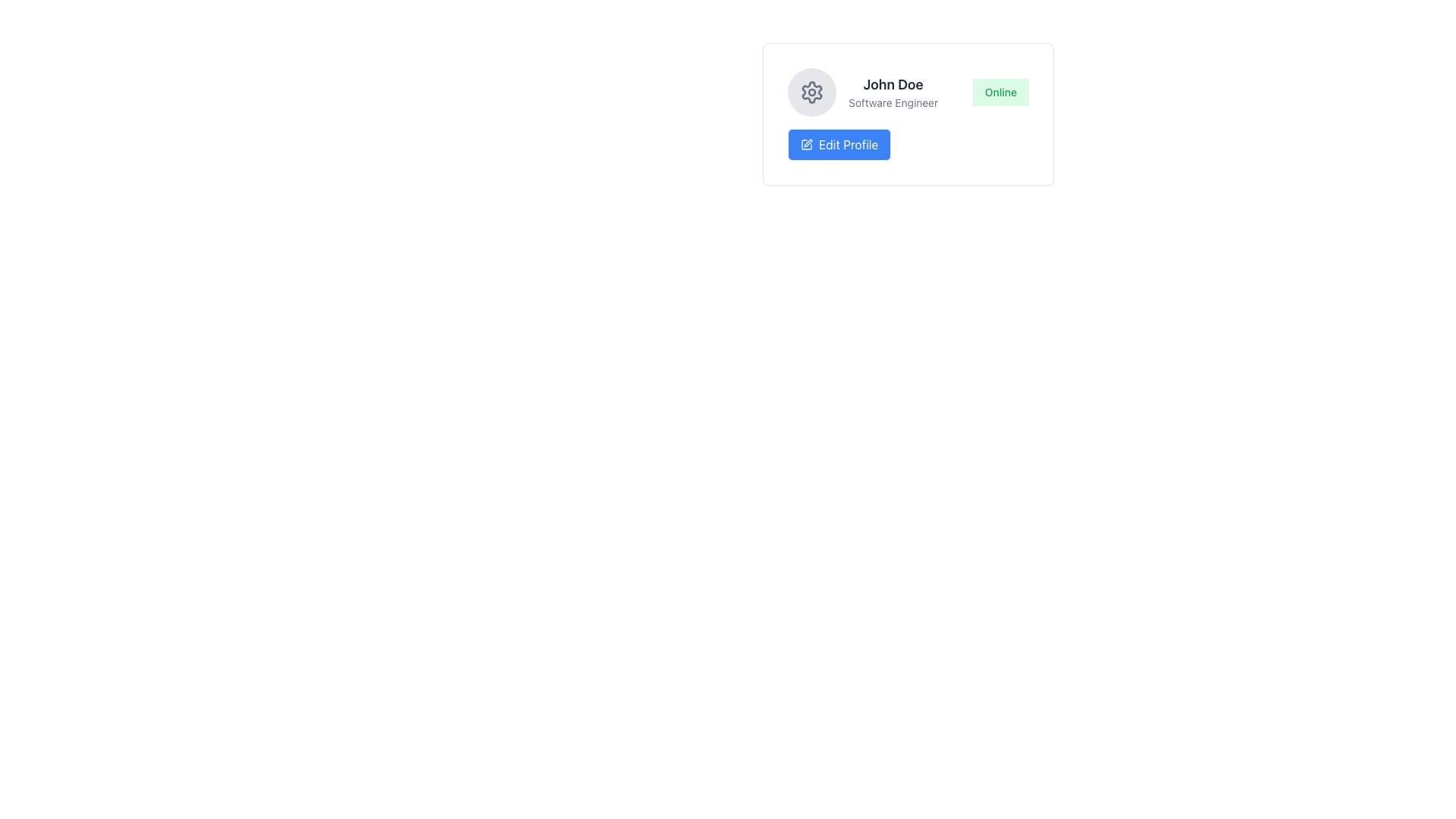 This screenshot has height=819, width=1456. Describe the element at coordinates (811, 93) in the screenshot. I see `the circular icon button with a gear symbol located at the top-left corner of the profile display section, to the left of the text elements 'John Doe' and 'Software Engineer'` at that location.